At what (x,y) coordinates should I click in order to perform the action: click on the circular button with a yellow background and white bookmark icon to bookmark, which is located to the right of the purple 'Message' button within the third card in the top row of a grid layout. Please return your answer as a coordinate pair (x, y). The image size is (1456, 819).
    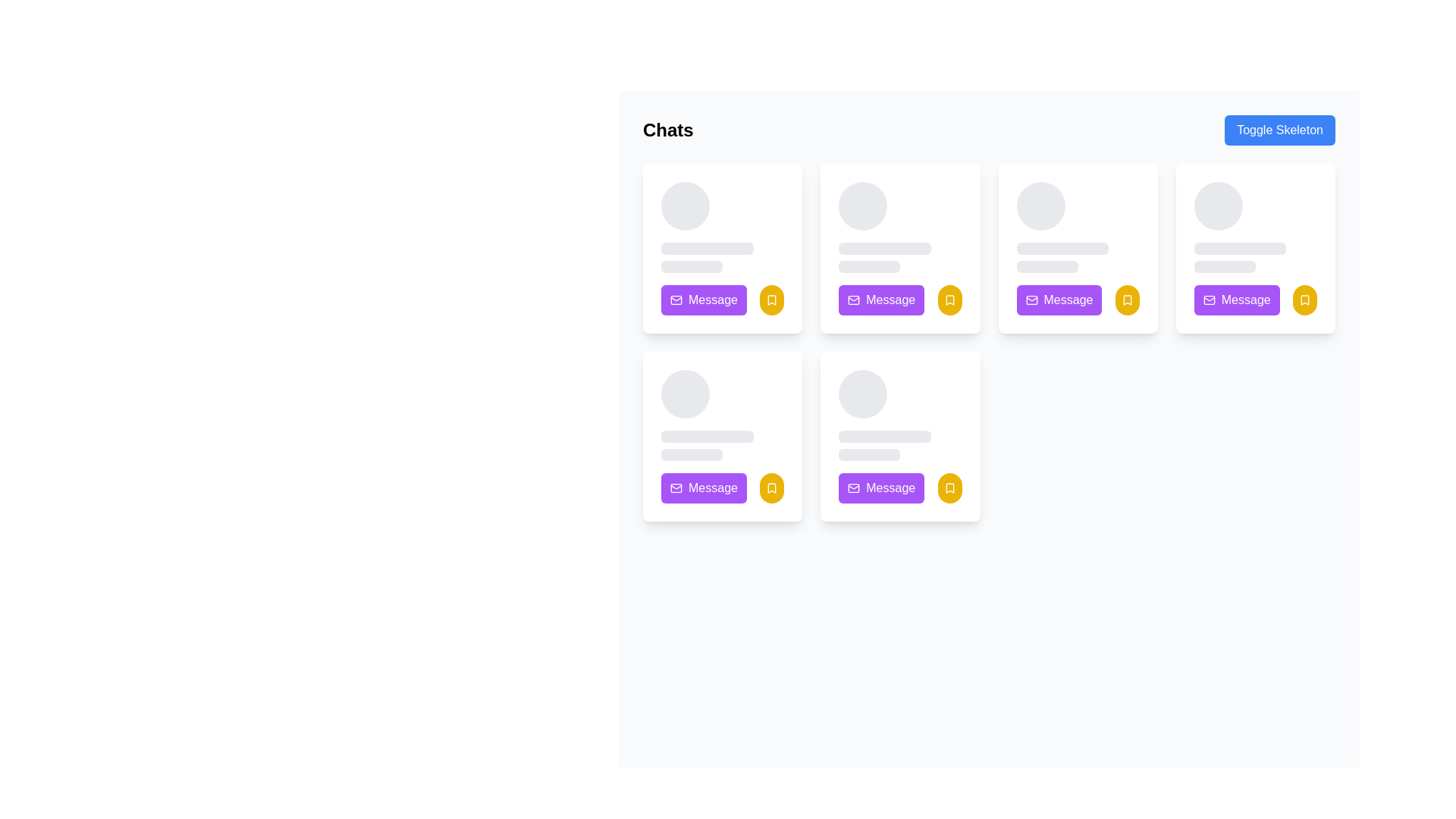
    Looking at the image, I should click on (1127, 300).